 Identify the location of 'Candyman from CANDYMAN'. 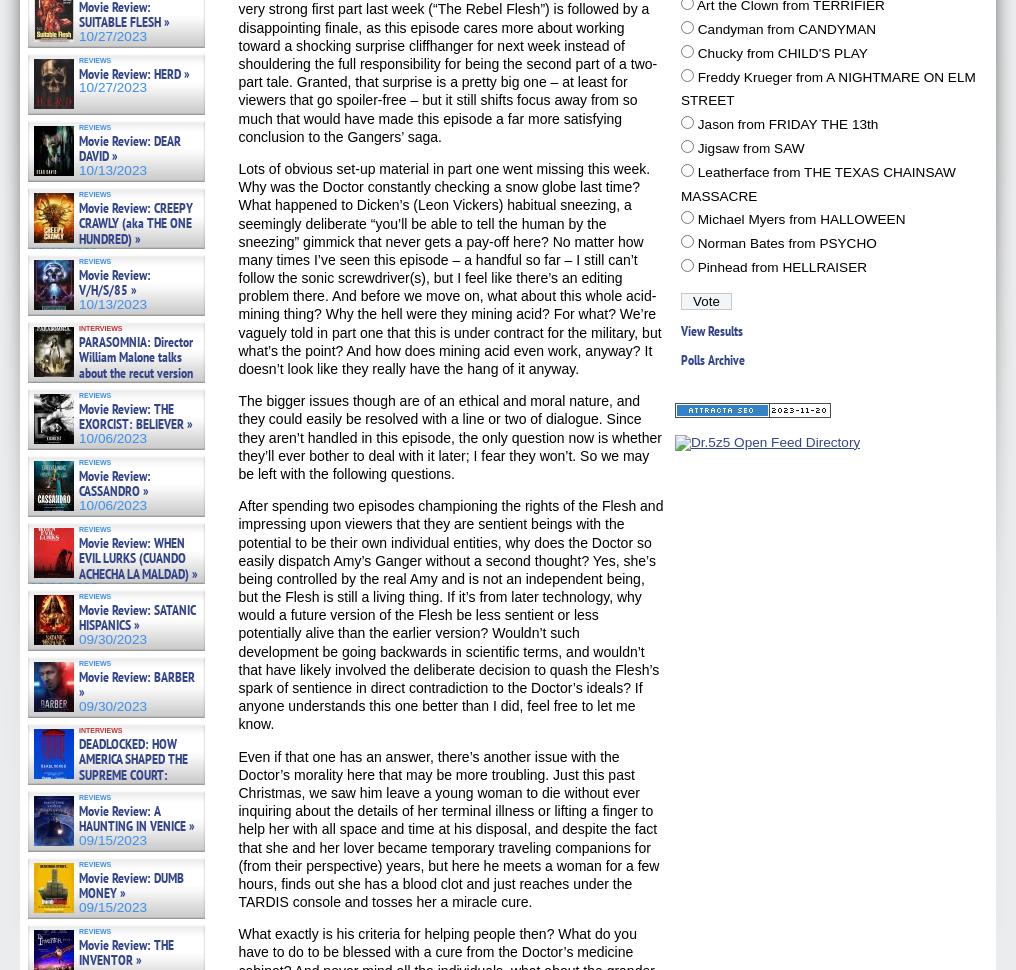
(695, 28).